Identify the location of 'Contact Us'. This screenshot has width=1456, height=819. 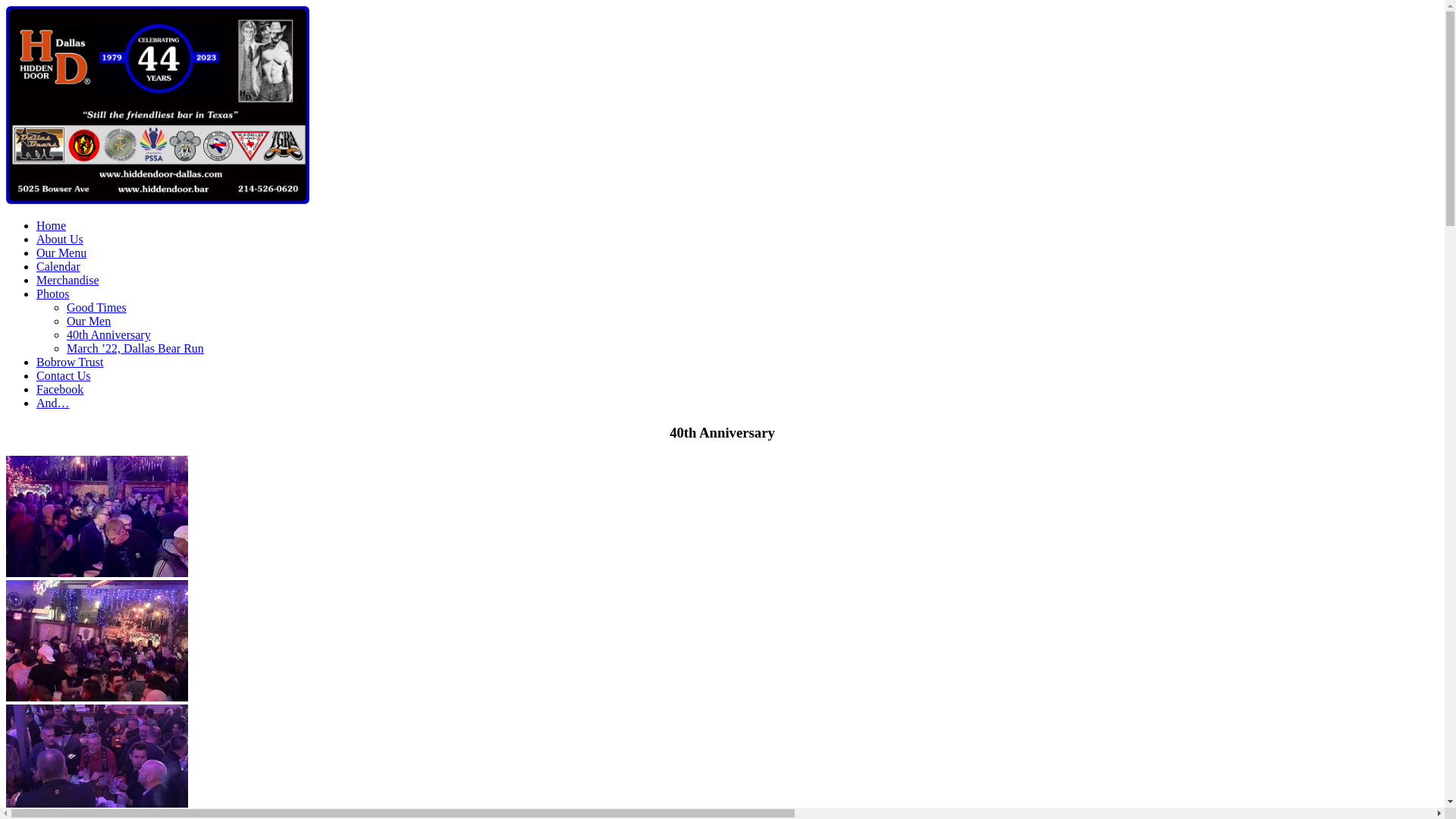
(62, 375).